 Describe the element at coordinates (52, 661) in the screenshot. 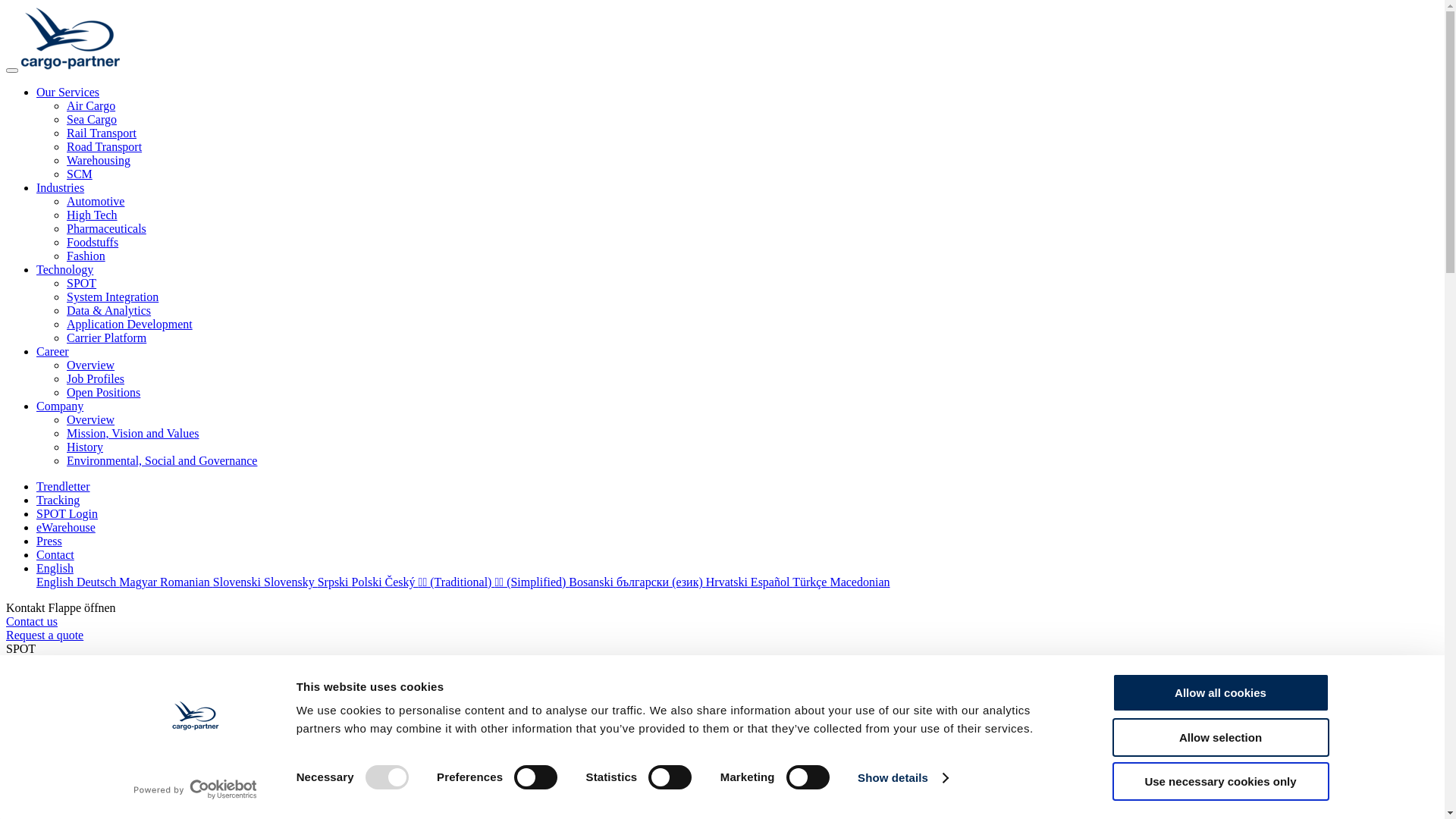

I see `'LOG IN TO SPOT'` at that location.